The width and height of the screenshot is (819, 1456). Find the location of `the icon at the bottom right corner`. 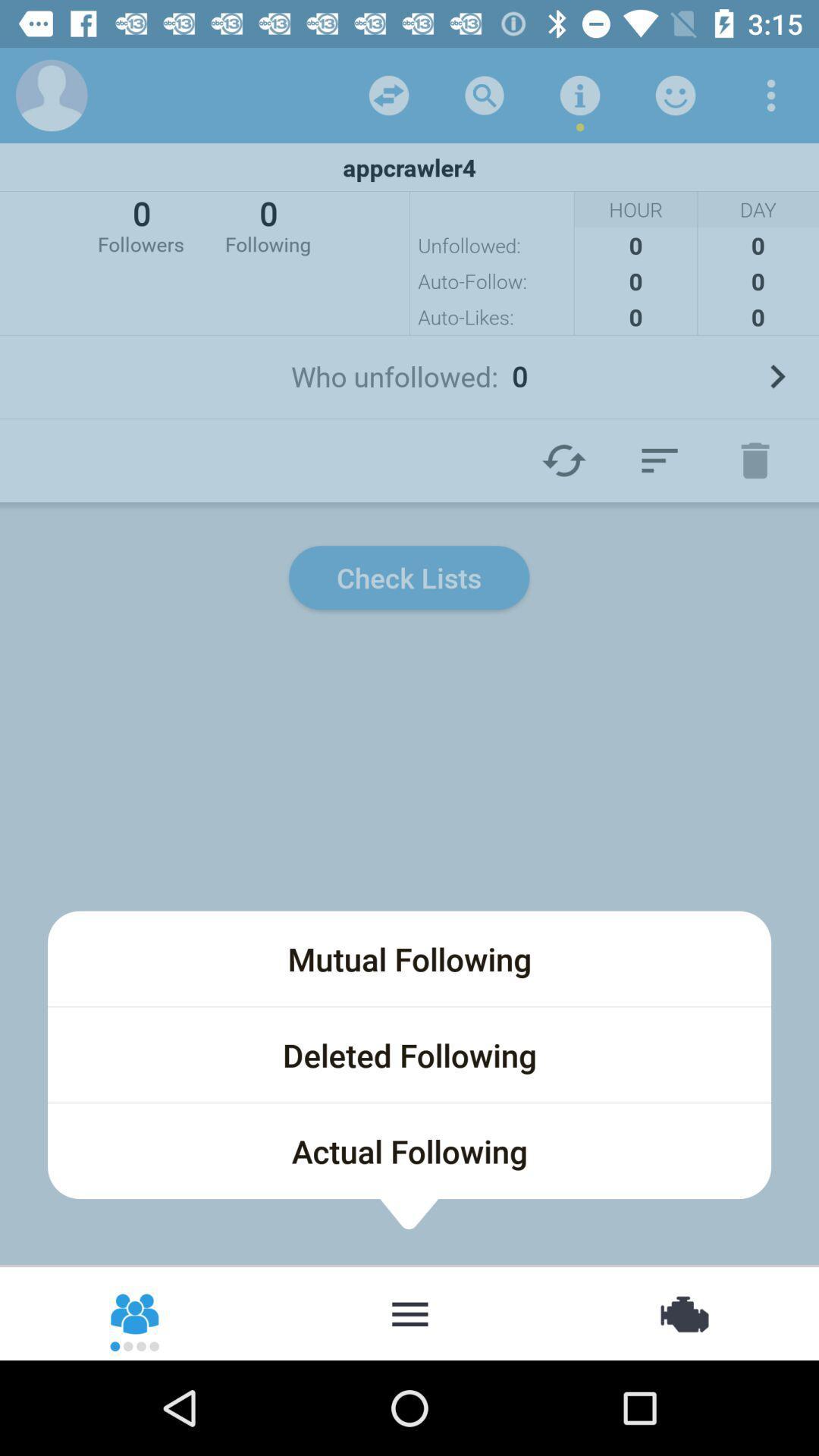

the icon at the bottom right corner is located at coordinates (682, 1312).